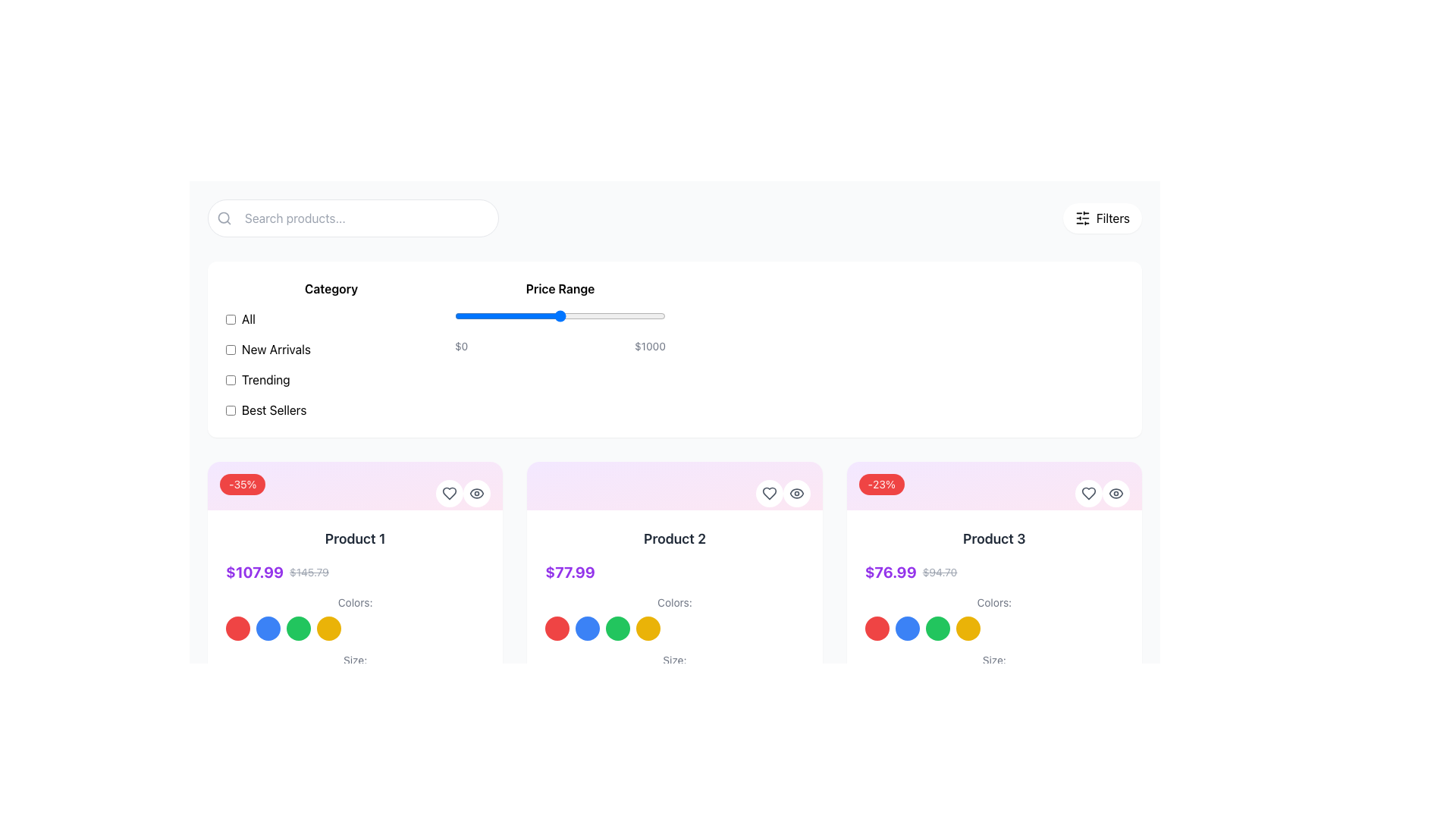 The image size is (1456, 819). What do you see at coordinates (673, 675) in the screenshot?
I see `the 'Size:' selector options located below the 'Colors:' section of the 'Product 2' card in the middle column` at bounding box center [673, 675].